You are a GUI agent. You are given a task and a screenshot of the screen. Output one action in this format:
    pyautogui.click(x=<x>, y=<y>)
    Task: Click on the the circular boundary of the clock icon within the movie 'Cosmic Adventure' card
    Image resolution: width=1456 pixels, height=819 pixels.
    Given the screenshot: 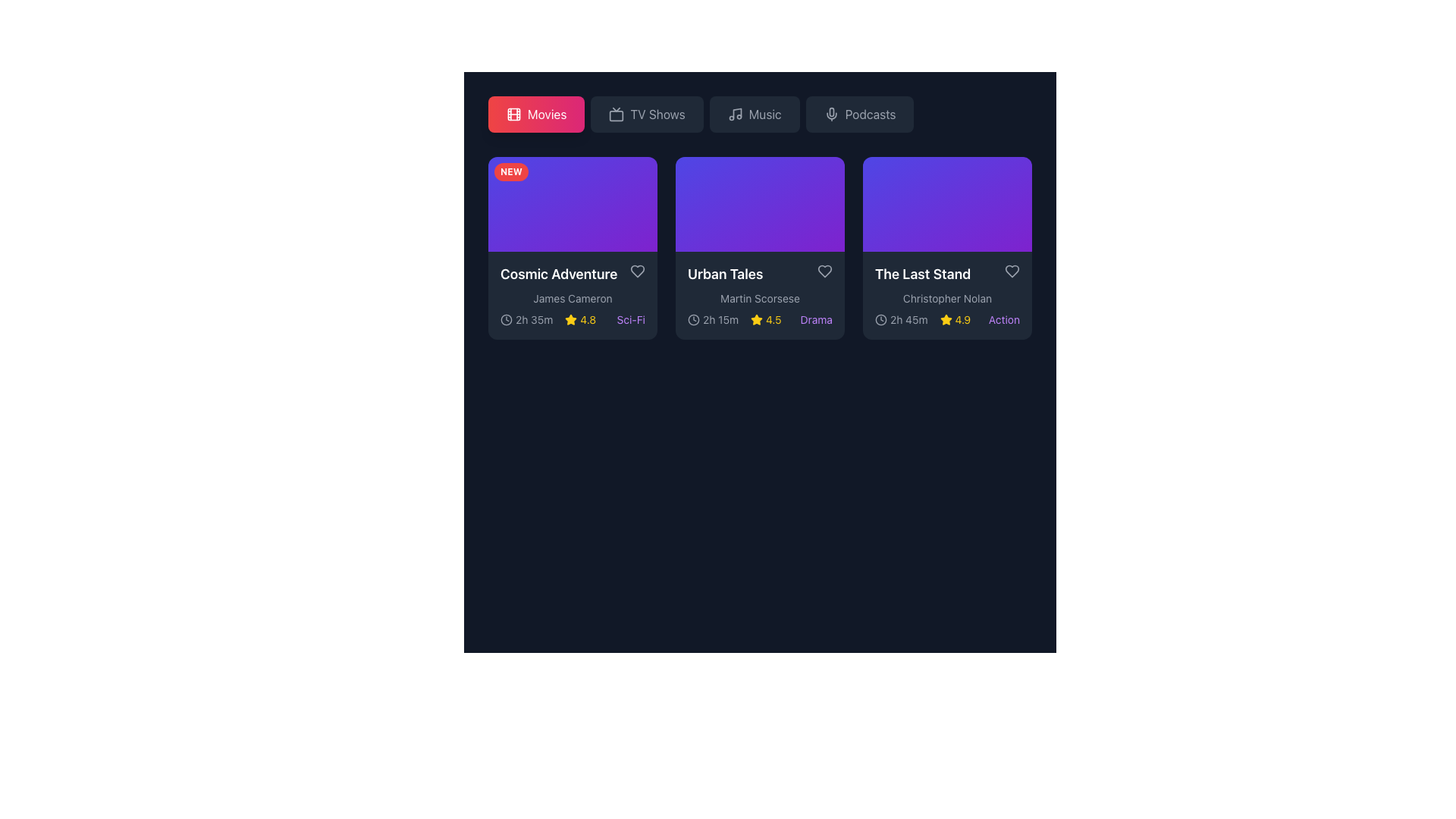 What is the action you would take?
    pyautogui.click(x=506, y=318)
    